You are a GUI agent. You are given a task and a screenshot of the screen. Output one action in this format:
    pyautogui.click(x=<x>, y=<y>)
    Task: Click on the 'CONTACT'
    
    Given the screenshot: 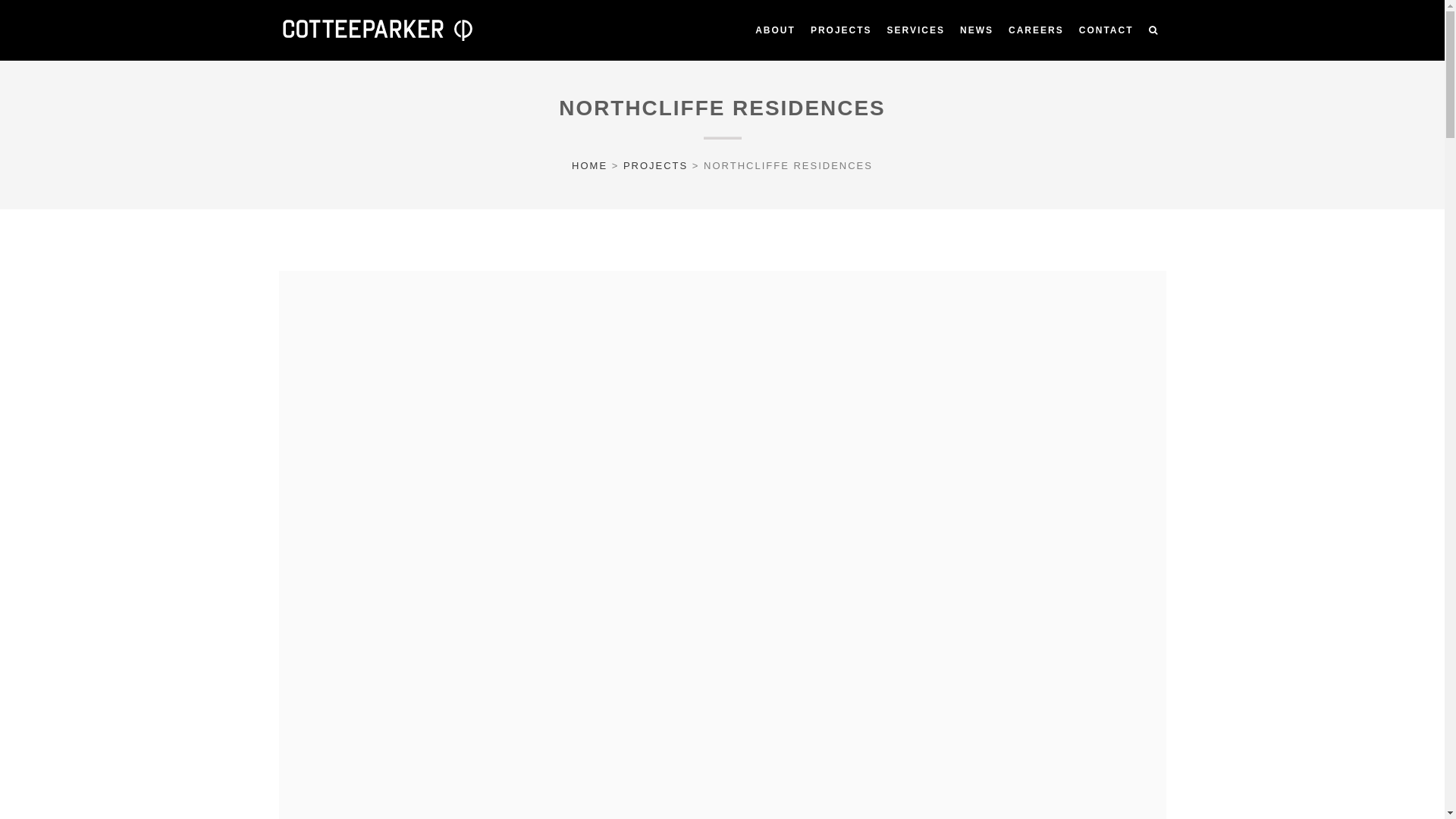 What is the action you would take?
    pyautogui.click(x=1070, y=30)
    